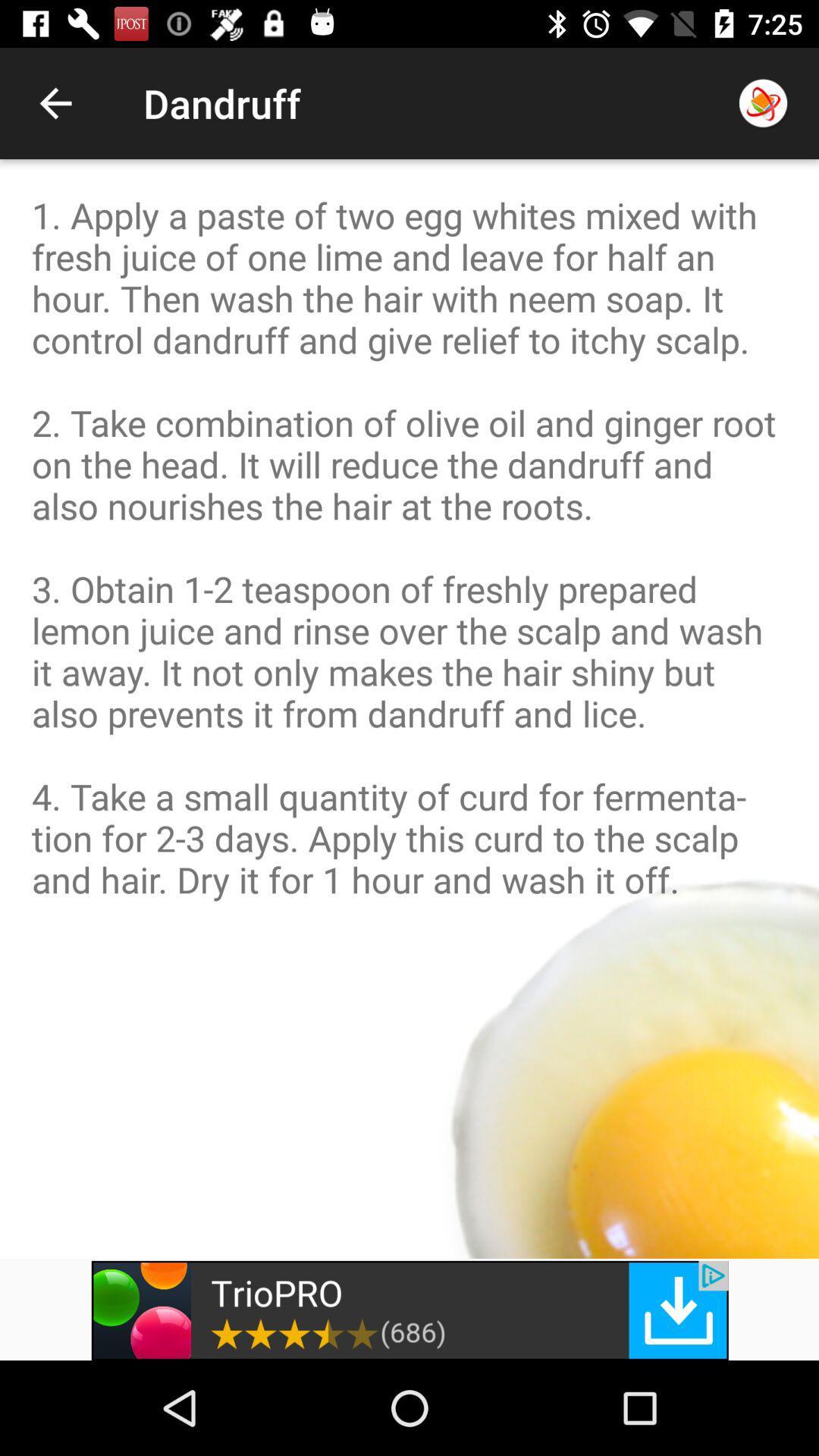 The width and height of the screenshot is (819, 1456). What do you see at coordinates (409, 1310) in the screenshot?
I see `advertisement banner` at bounding box center [409, 1310].